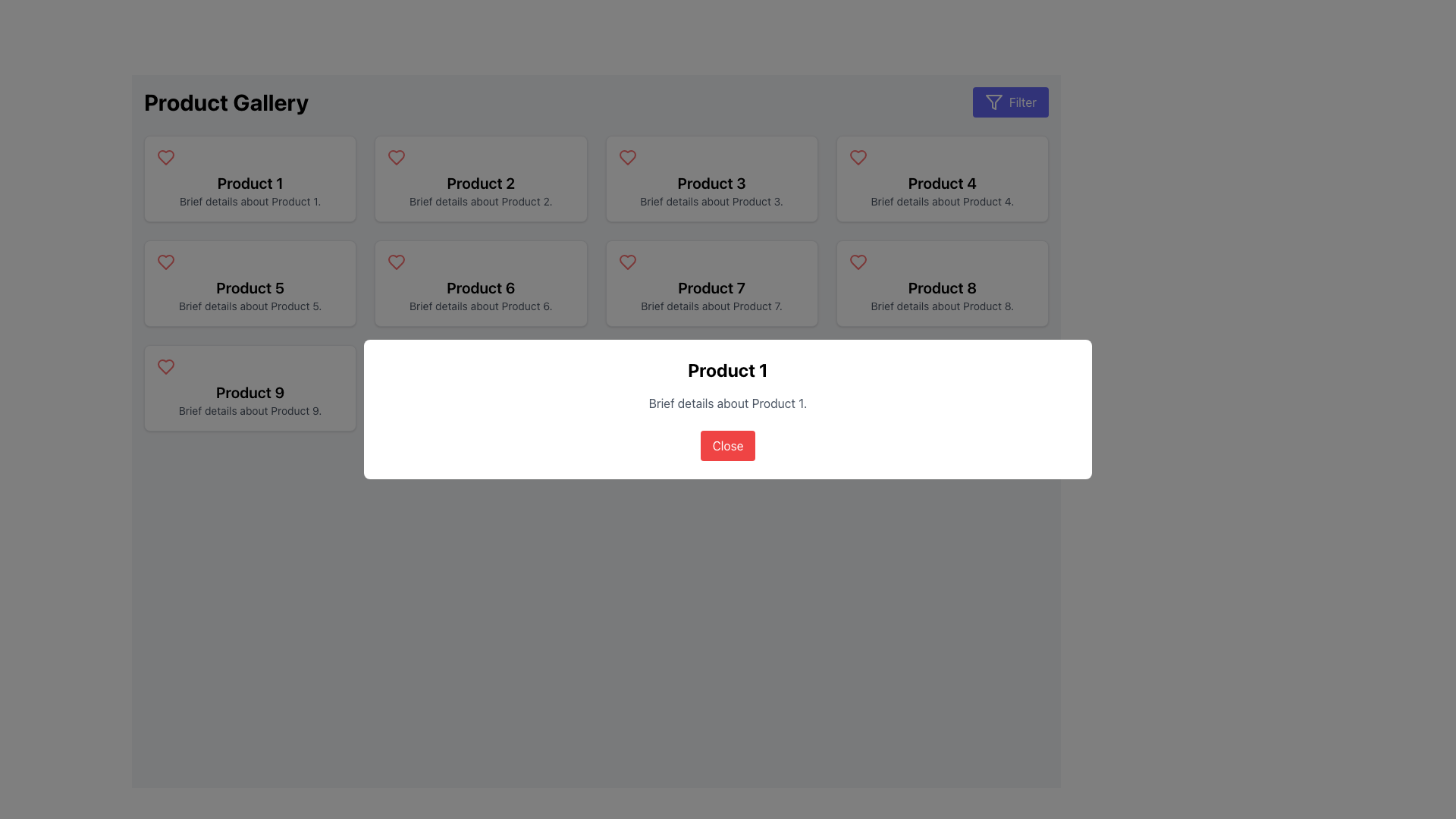 This screenshot has height=819, width=1456. Describe the element at coordinates (166, 366) in the screenshot. I see `the heart-shaped icon with a thin red border to favorite the product located in the 'Product 9' section` at that location.